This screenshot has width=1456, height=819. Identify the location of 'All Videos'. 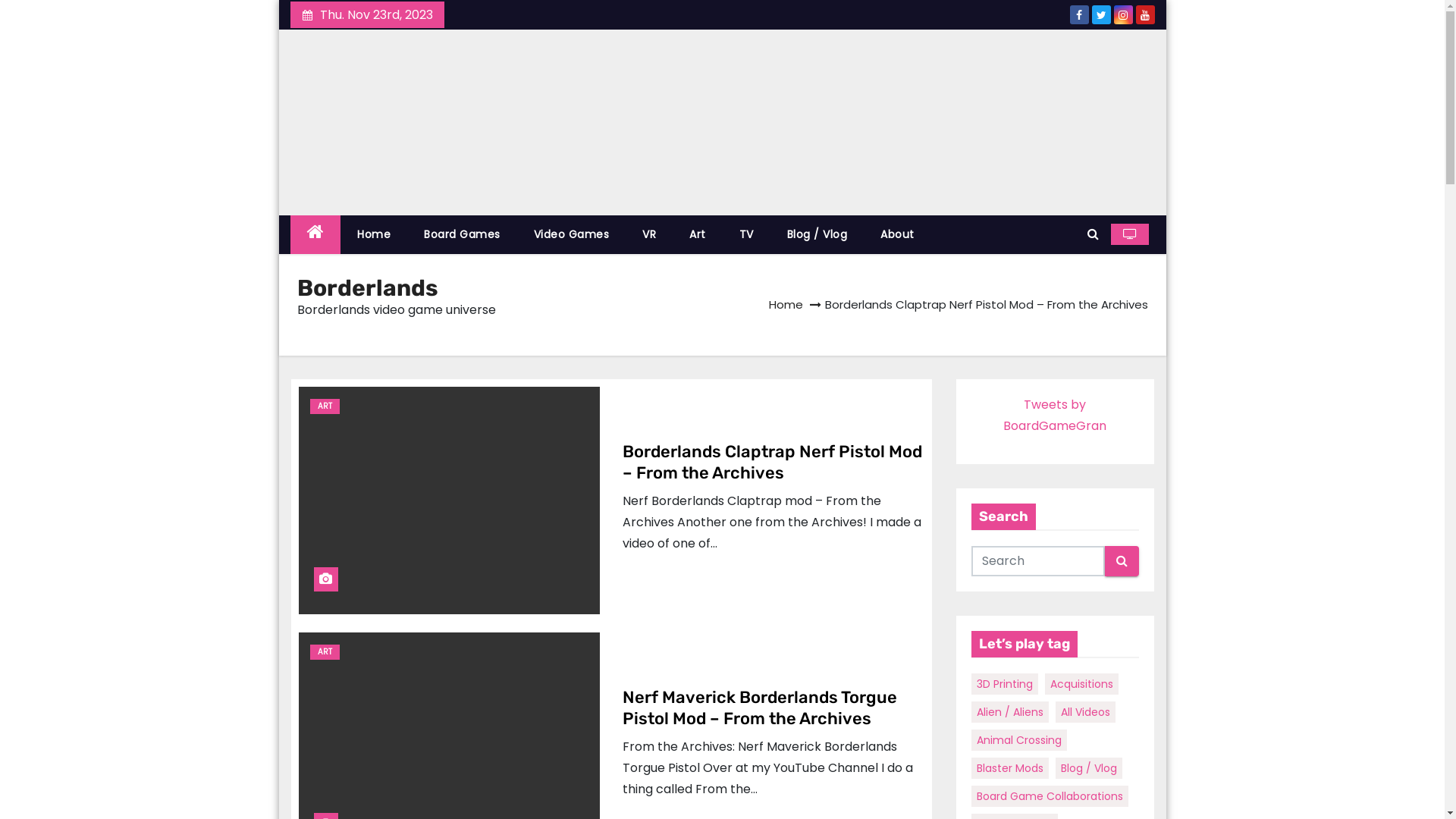
(1084, 711).